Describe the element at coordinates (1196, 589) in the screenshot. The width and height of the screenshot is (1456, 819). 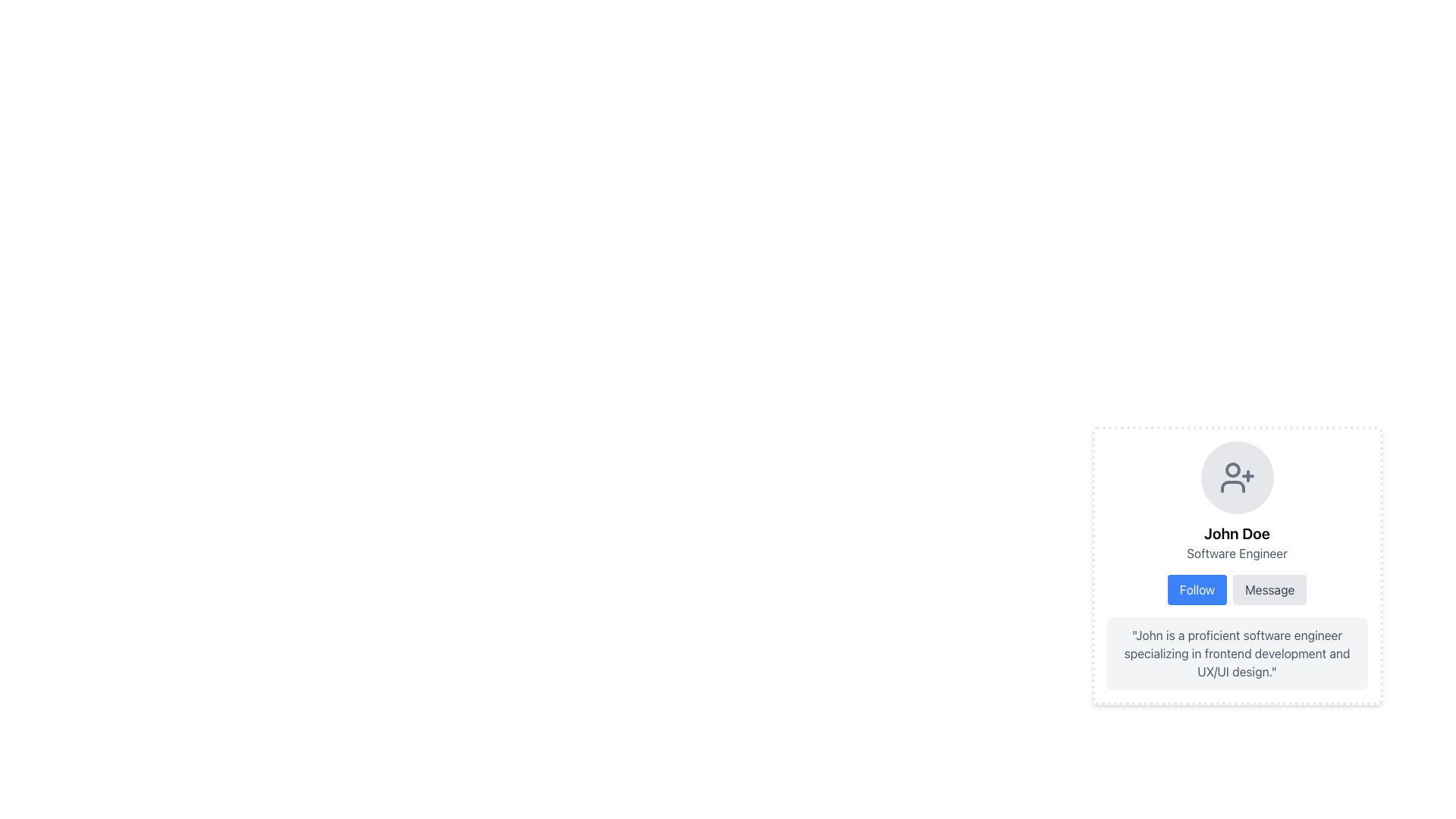
I see `the 'Follow' button located below the profile information header for 'John Doe - Software Engineer', which is the leftmost button in the card interface` at that location.